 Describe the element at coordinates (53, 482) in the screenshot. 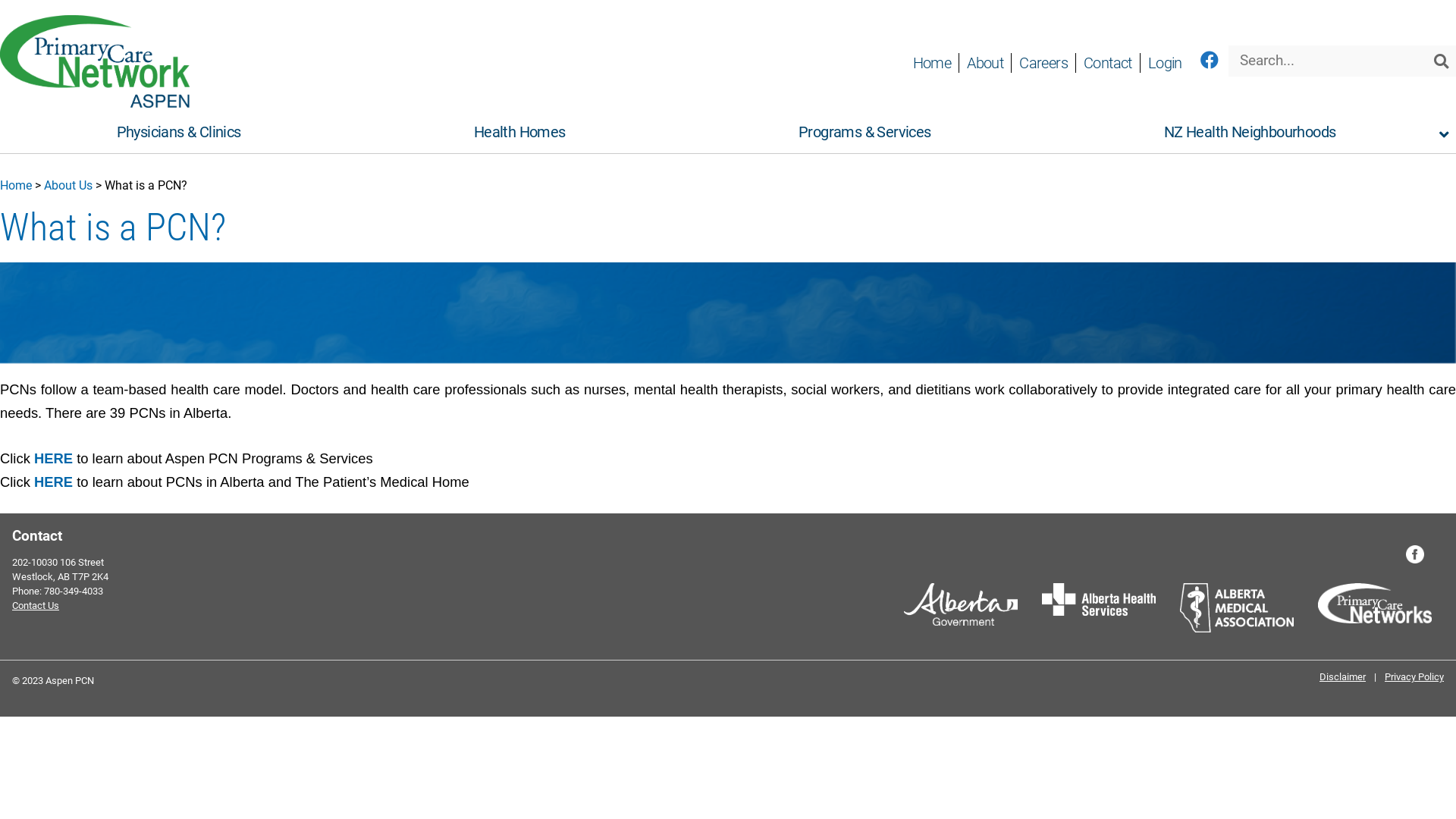

I see `'HERE'` at that location.